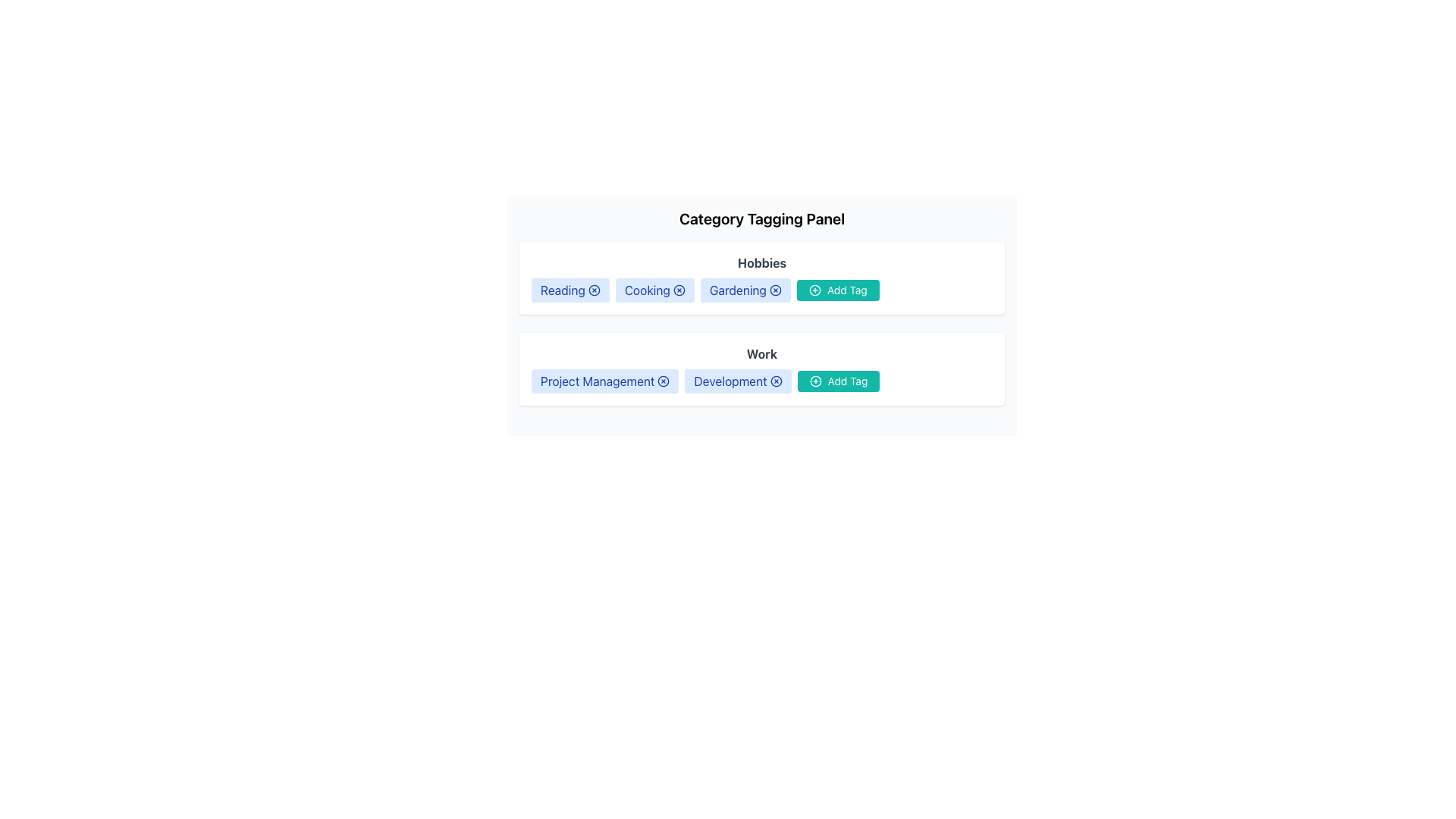 The height and width of the screenshot is (819, 1456). I want to click on the Circle-button with a cross inside, so click(678, 290).